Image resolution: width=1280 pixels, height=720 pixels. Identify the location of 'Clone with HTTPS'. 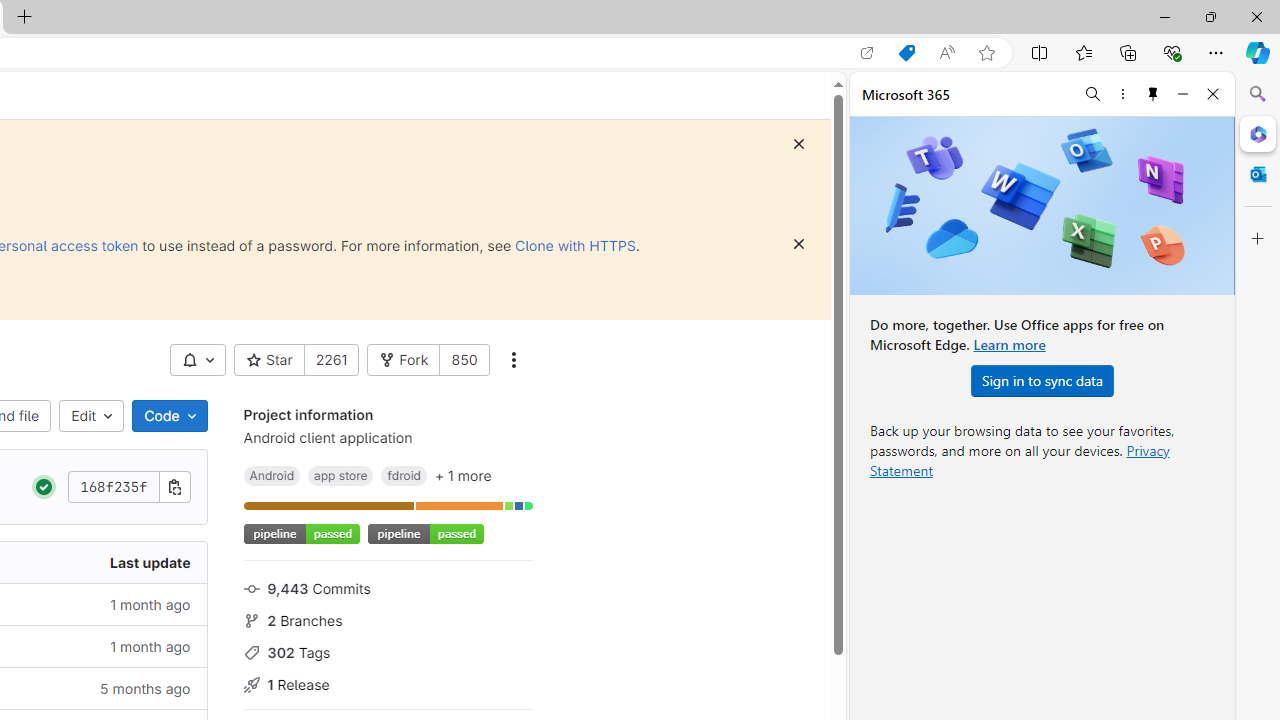
(574, 244).